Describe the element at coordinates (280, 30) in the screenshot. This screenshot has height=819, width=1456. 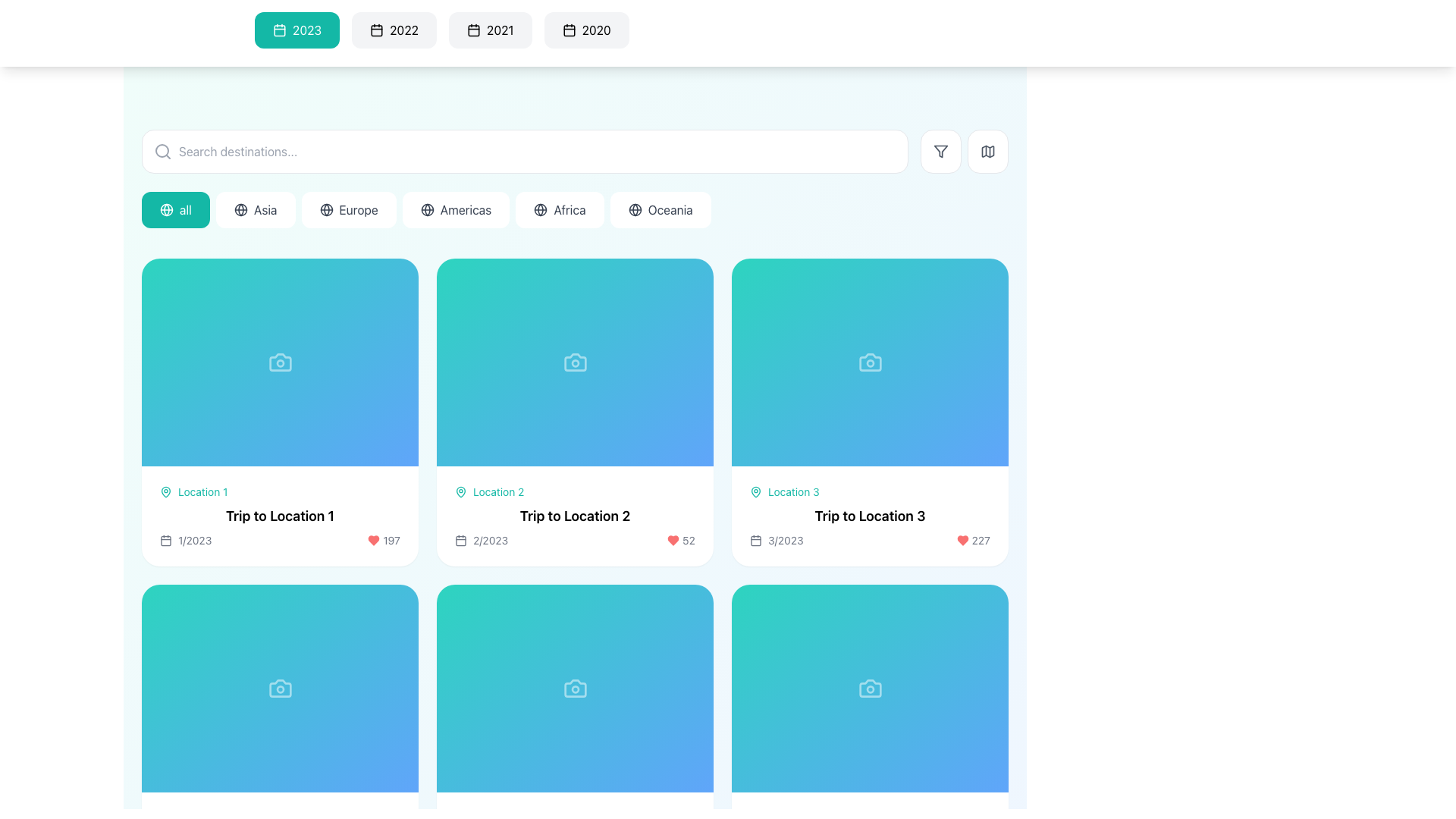
I see `the calendar icon located within the button labeled '2023'` at that location.